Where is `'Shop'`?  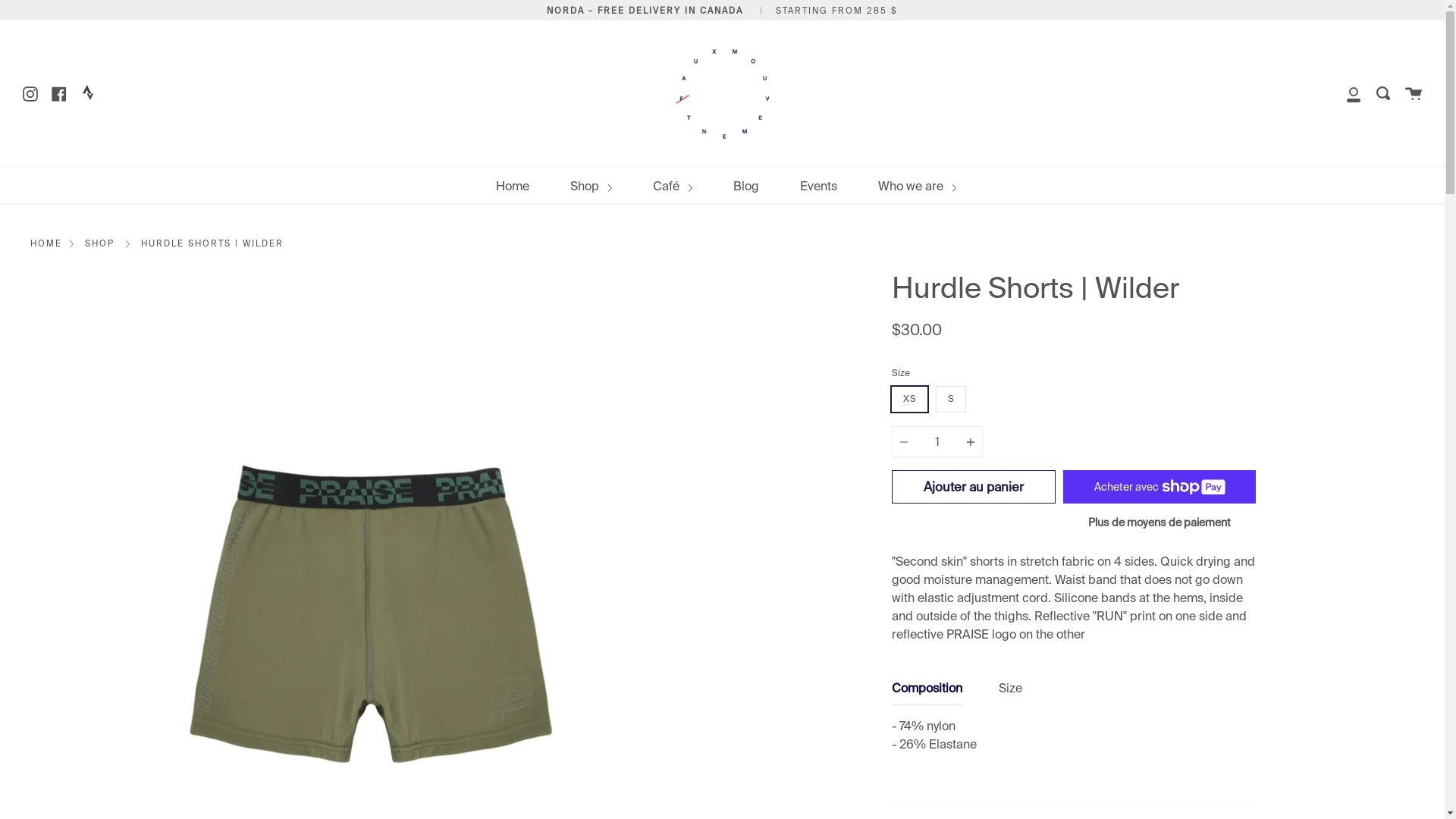 'Shop' is located at coordinates (590, 185).